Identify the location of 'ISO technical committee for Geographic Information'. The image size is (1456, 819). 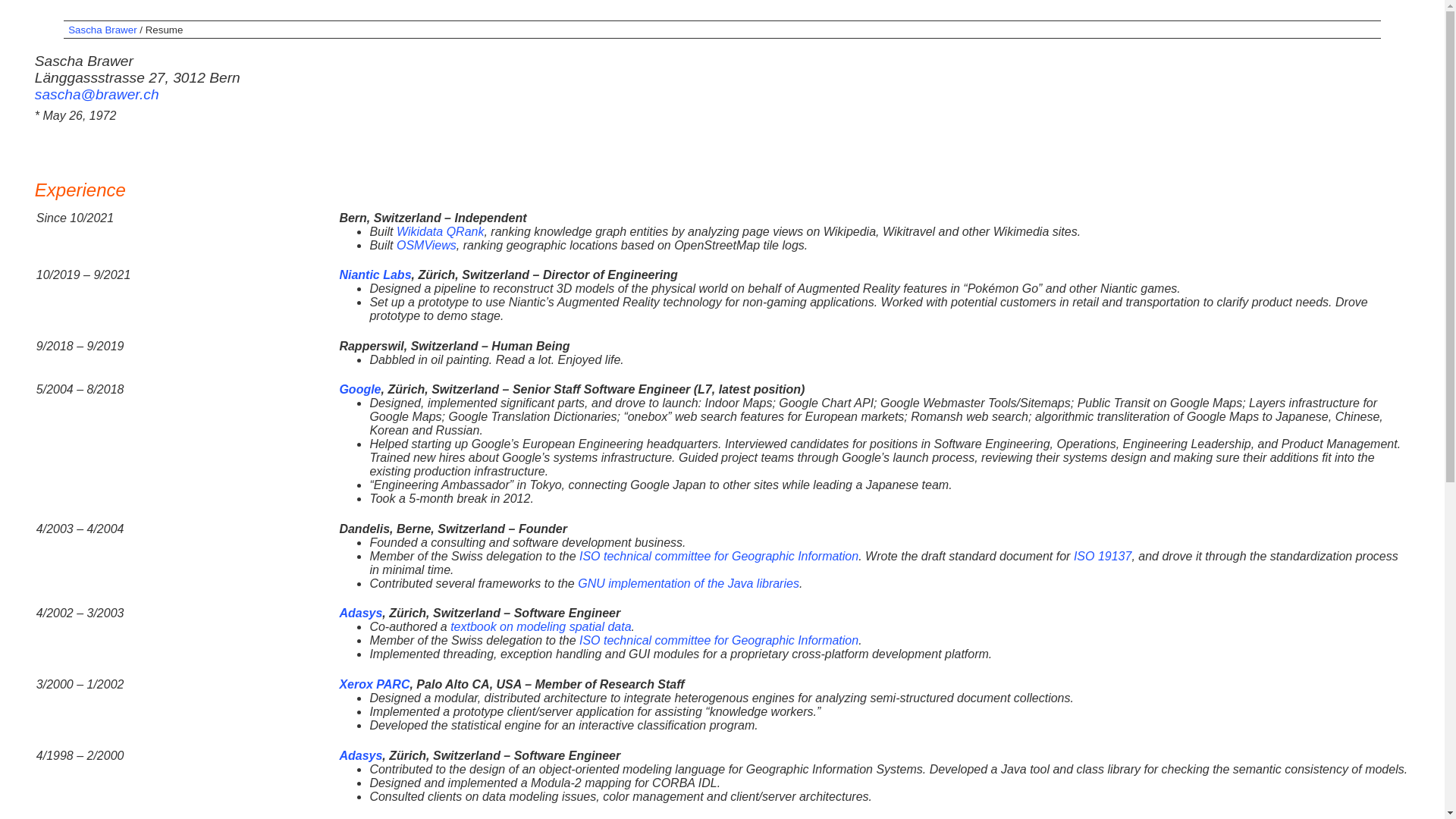
(718, 640).